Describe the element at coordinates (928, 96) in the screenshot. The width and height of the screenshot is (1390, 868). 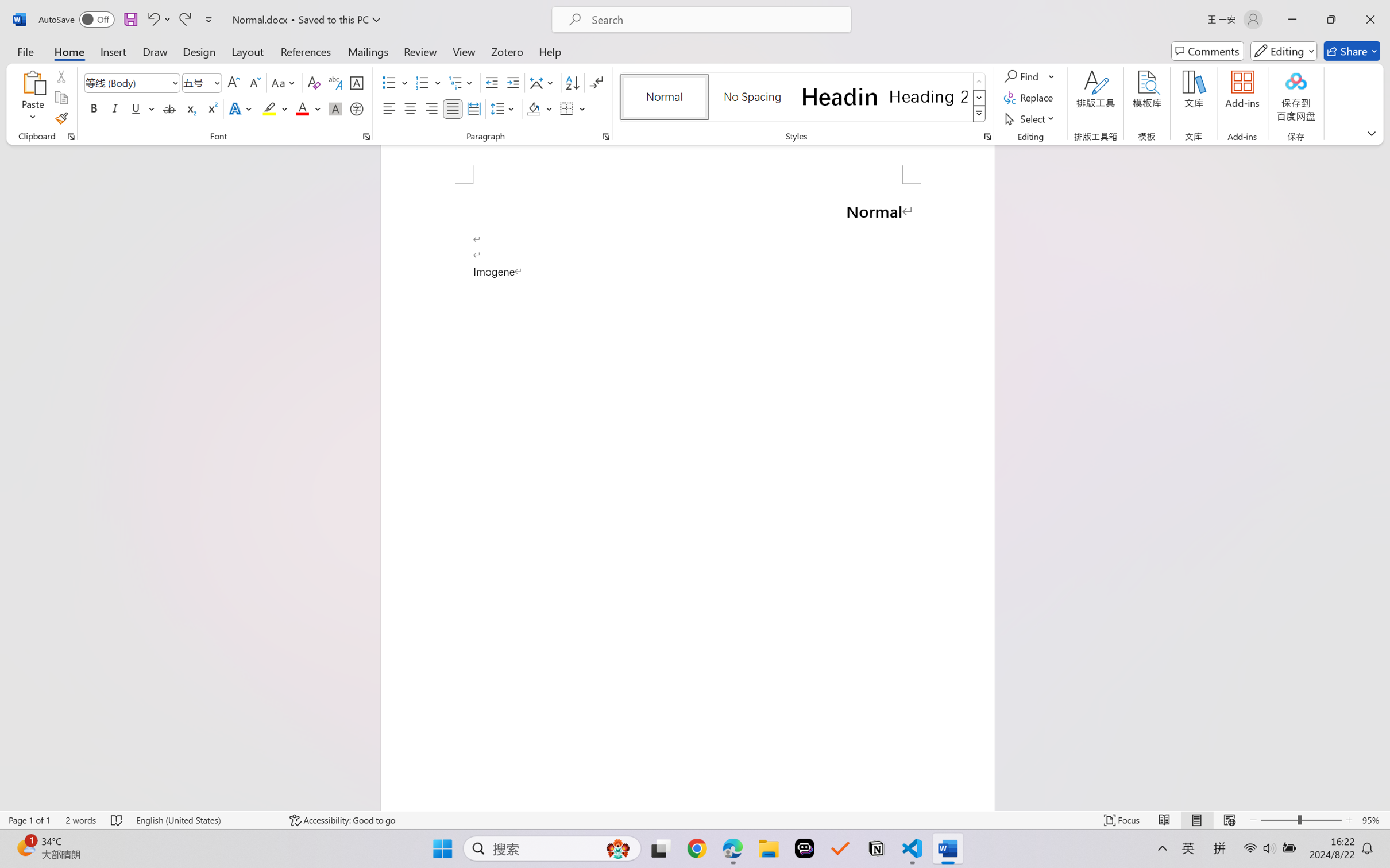
I see `'Heading 2'` at that location.